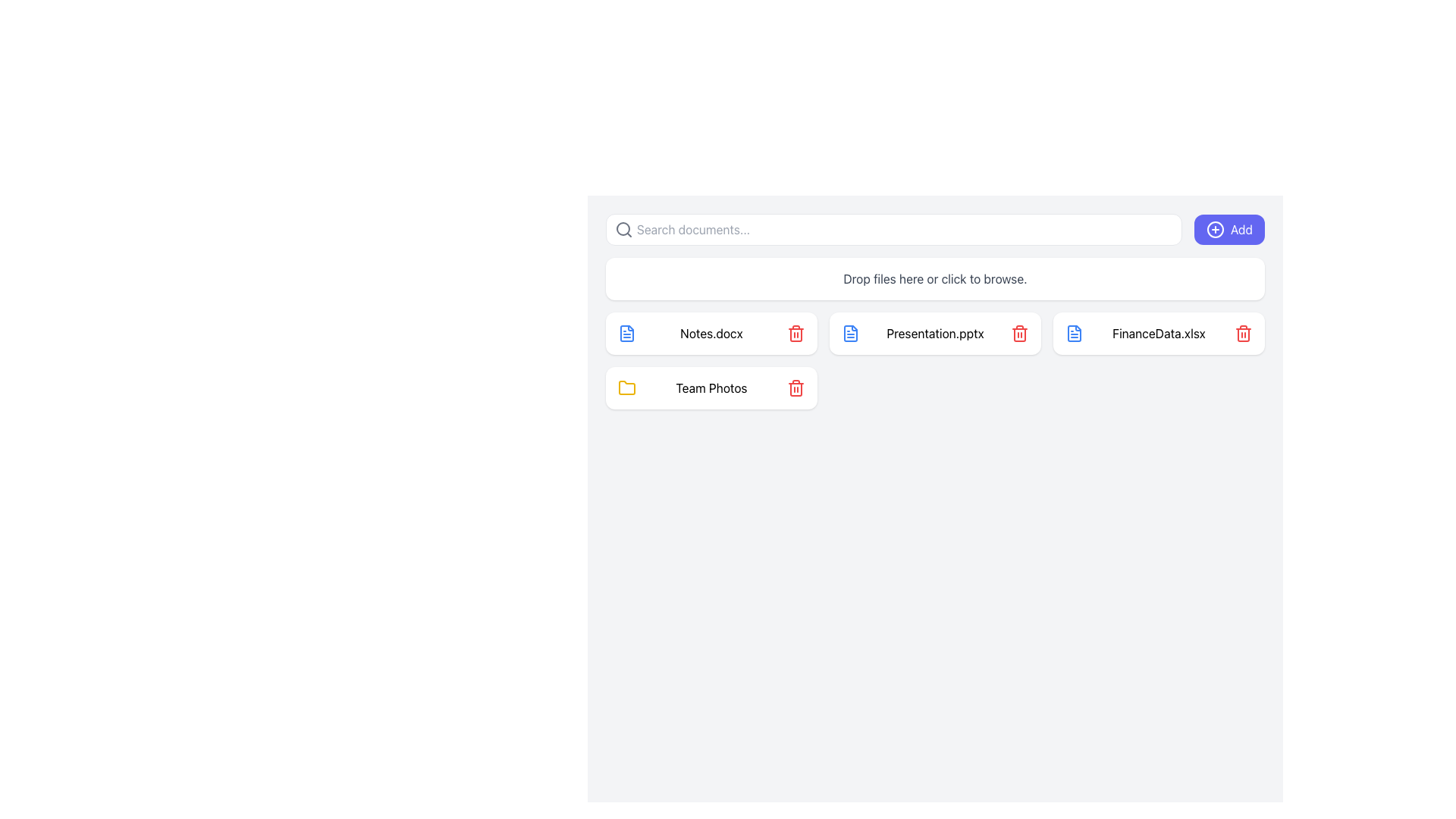 This screenshot has width=1456, height=819. What do you see at coordinates (1073, 332) in the screenshot?
I see `the document icon representing the file type for 'FinanceData.xlsx', located at the leftmost side of the card` at bounding box center [1073, 332].